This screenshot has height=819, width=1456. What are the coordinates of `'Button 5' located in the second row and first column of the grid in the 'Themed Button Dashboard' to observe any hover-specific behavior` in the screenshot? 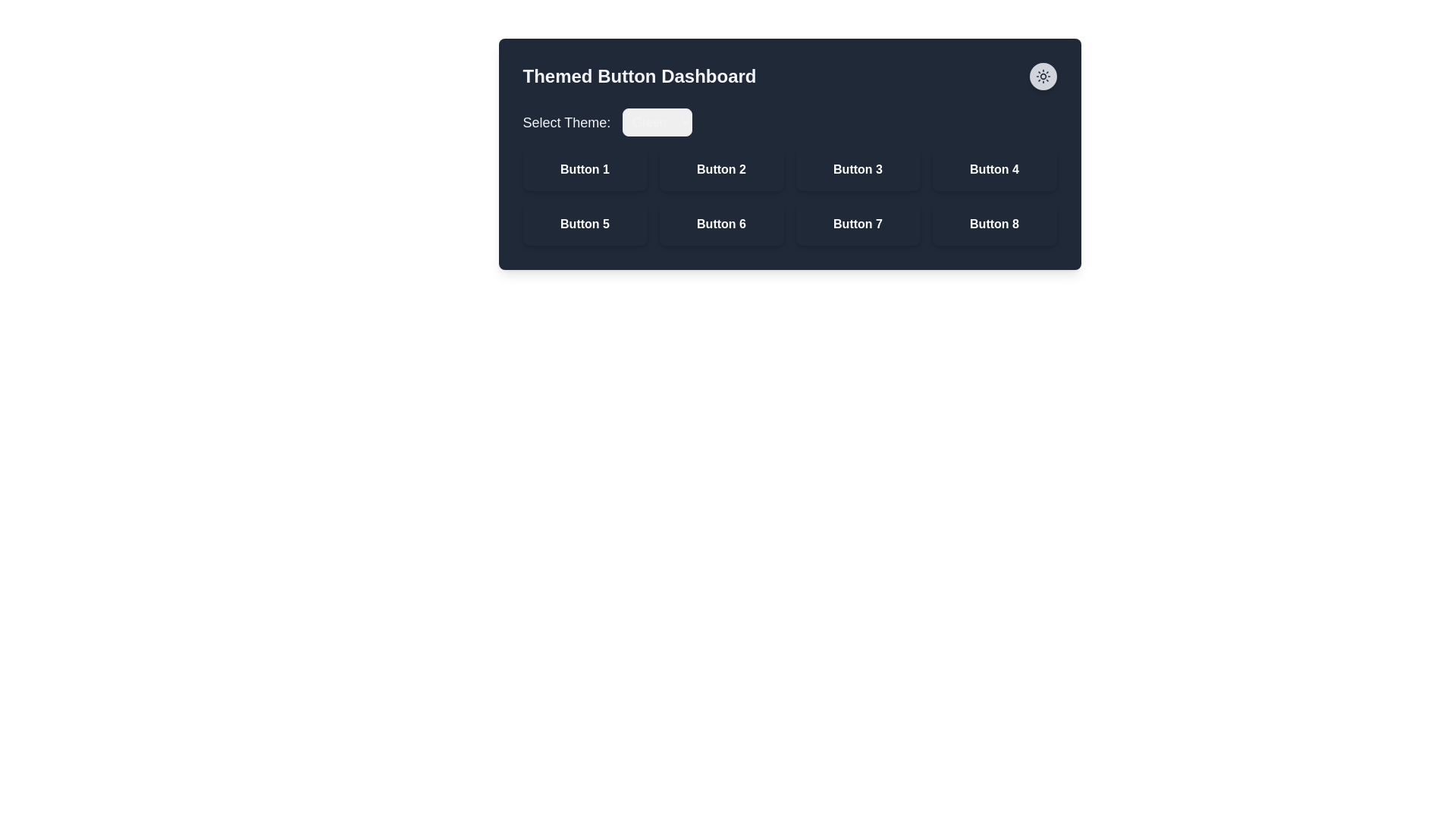 It's located at (584, 224).